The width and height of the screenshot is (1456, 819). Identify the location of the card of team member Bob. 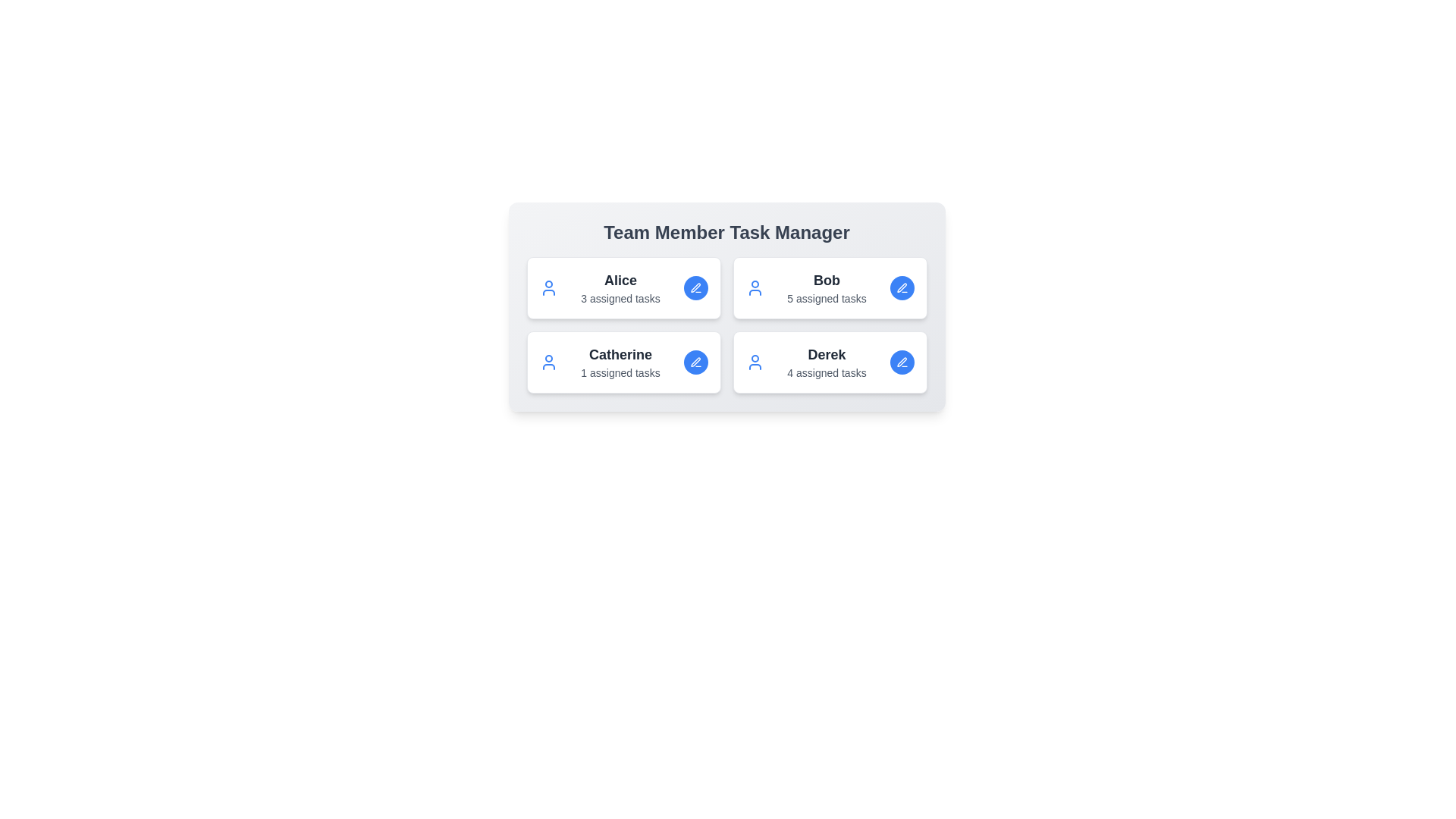
(829, 288).